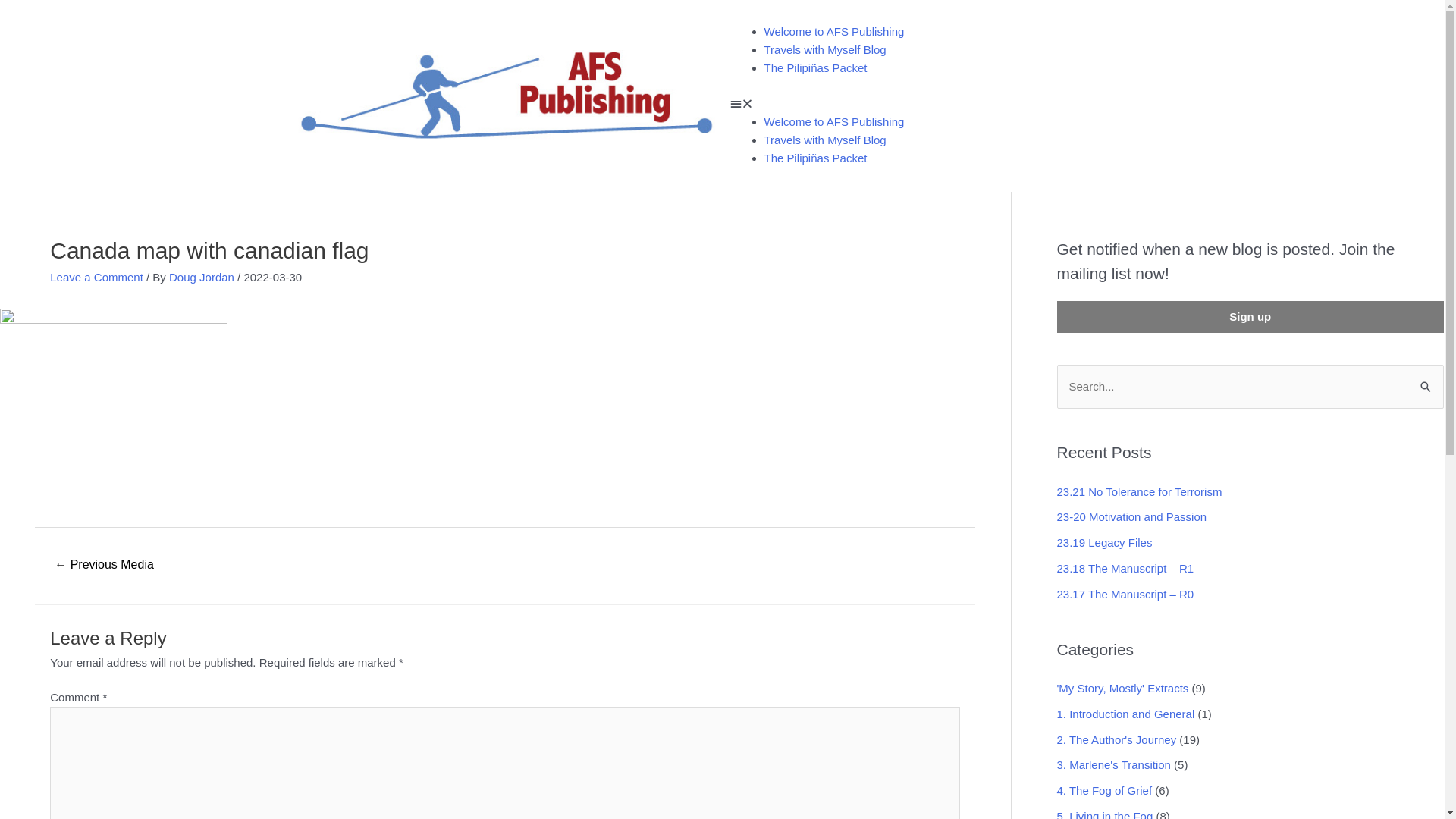  I want to click on 'AFSP_Logo_for_letterhead', so click(506, 96).